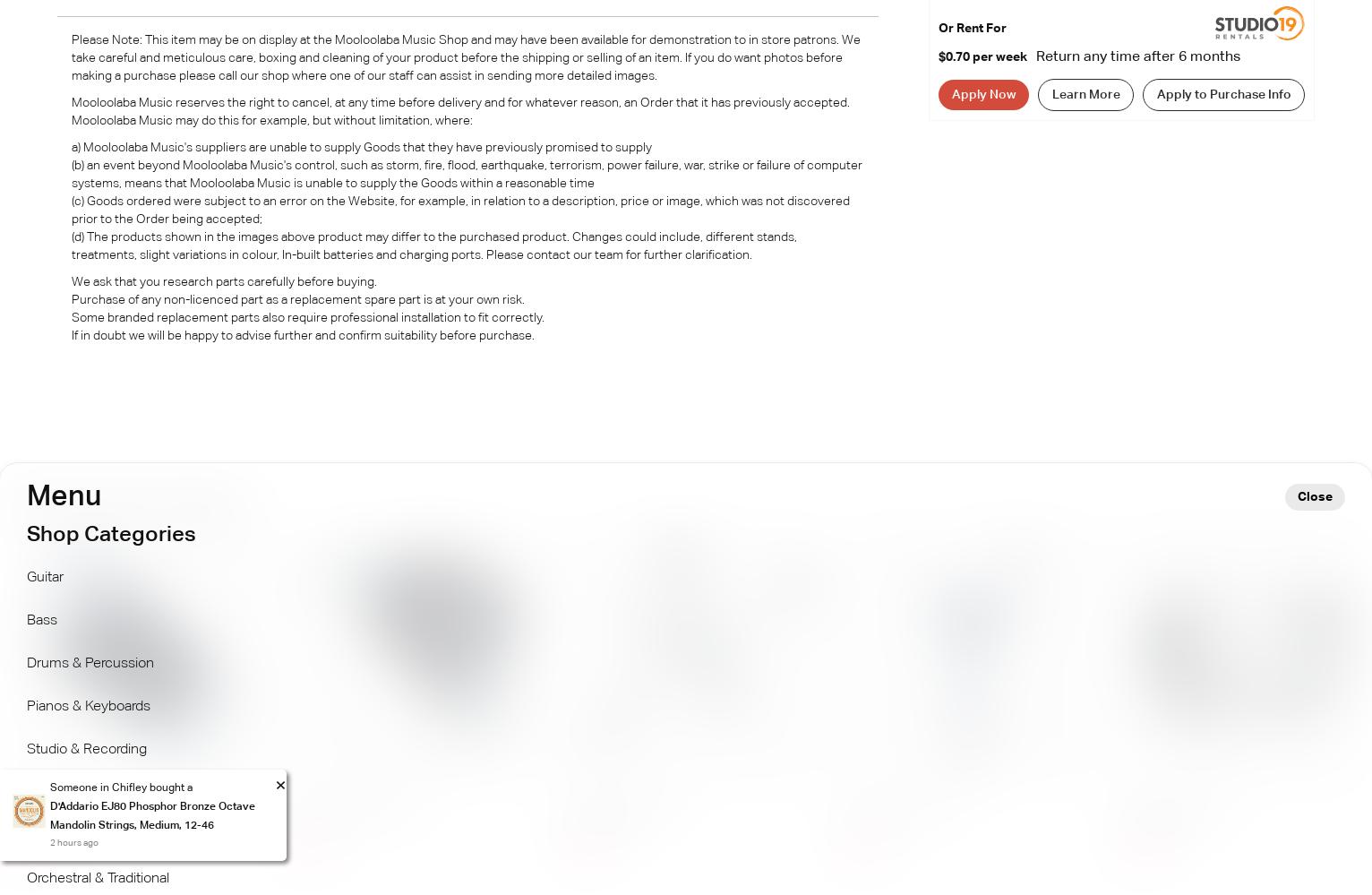  I want to click on 'Mooloolaba Music reserves the right to cancel, at any time before delivery and for whatever reason, an Order that it has previously accepted. Mooloolaba Music may do this for example, but without limitation, where:', so click(71, 110).